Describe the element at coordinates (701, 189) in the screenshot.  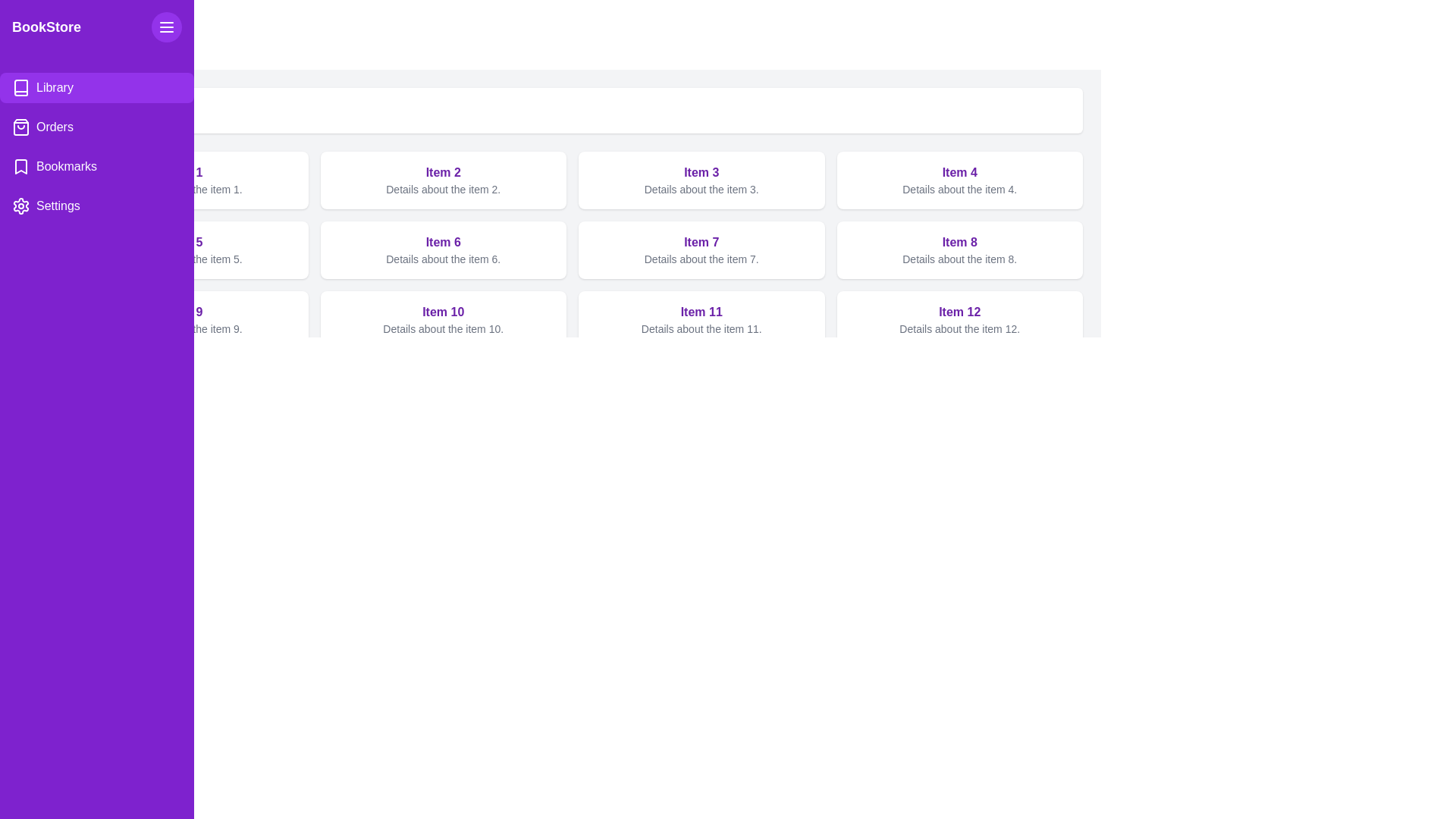
I see `the non-interactive text label providing information for 'Item 3' located in the second row, third column of the grid layout` at that location.